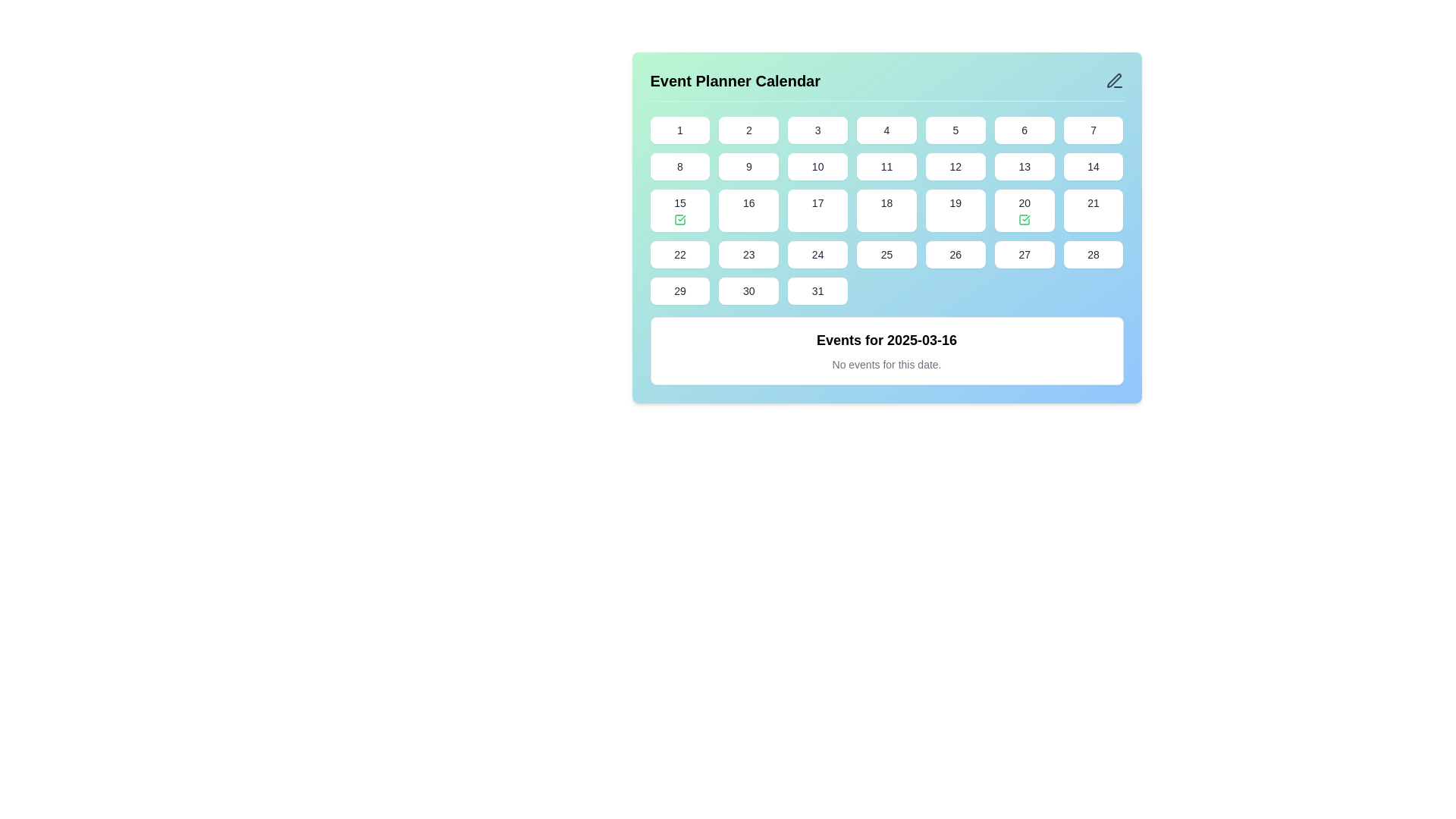  Describe the element at coordinates (886, 253) in the screenshot. I see `the small rectangular button displaying the date '25' in the calendar grid` at that location.